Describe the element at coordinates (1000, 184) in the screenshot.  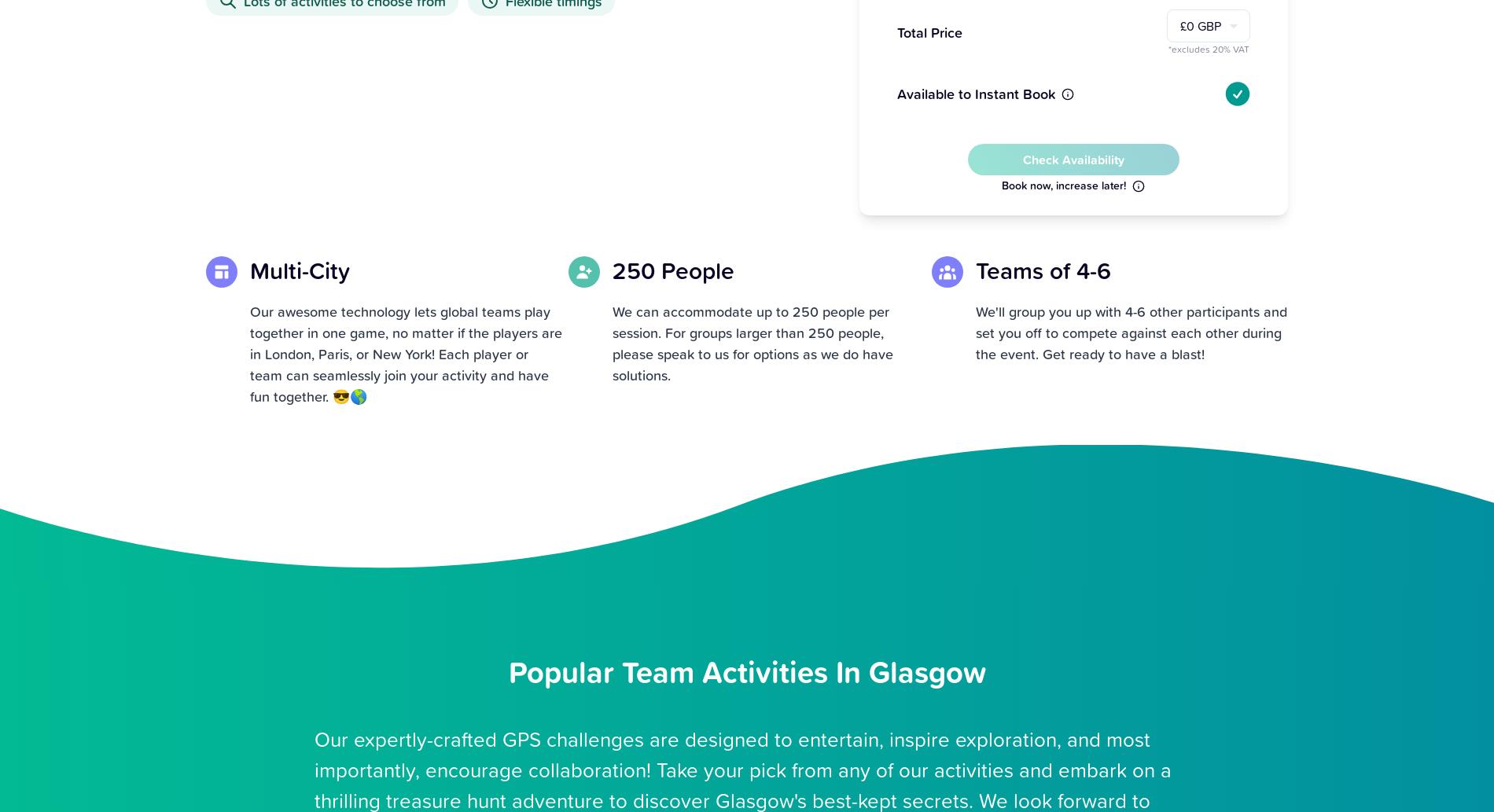
I see `'Book now, increase later!'` at that location.